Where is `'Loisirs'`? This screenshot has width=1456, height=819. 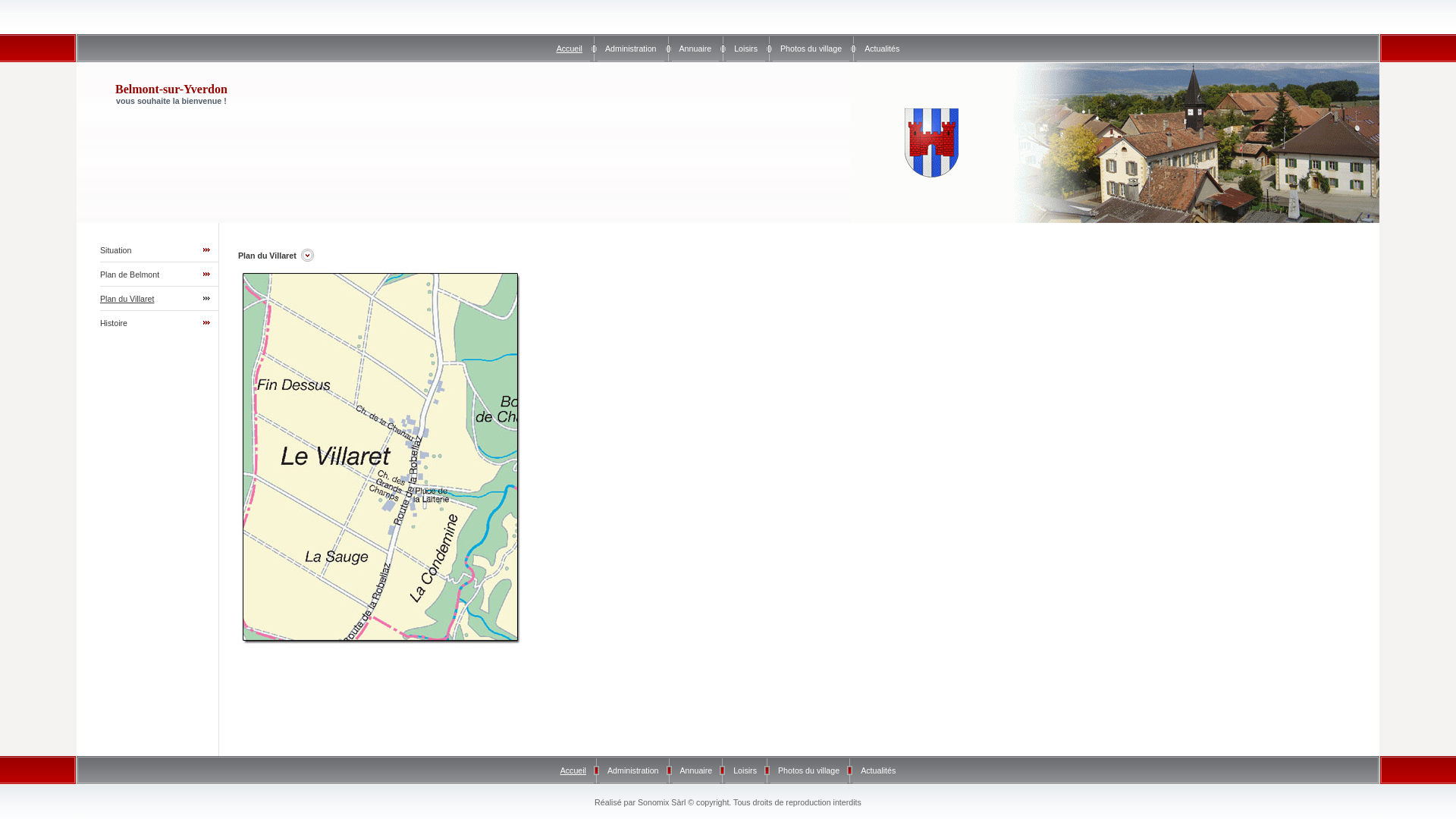 'Loisirs' is located at coordinates (745, 48).